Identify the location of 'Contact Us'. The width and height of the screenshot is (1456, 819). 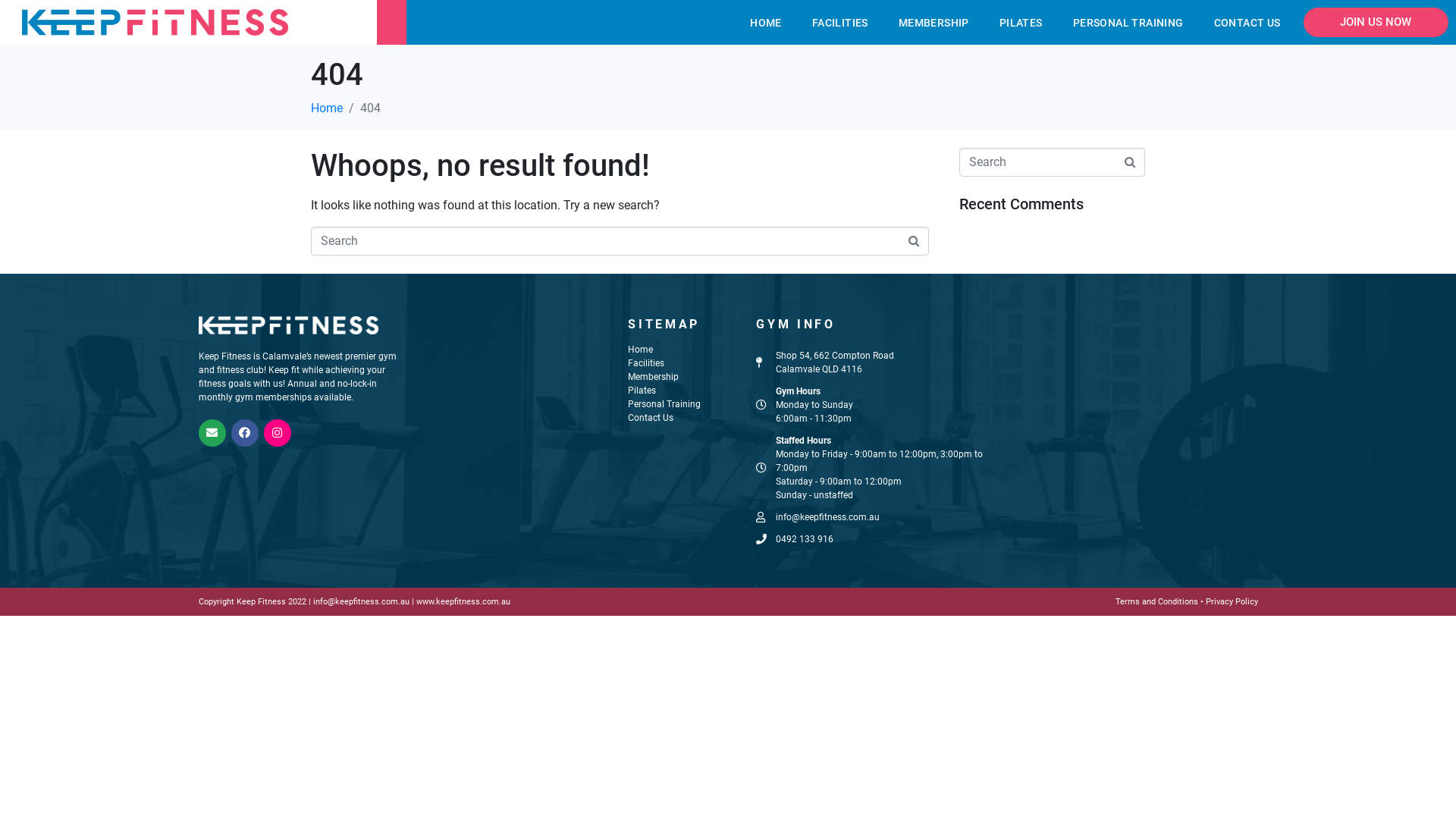
(651, 418).